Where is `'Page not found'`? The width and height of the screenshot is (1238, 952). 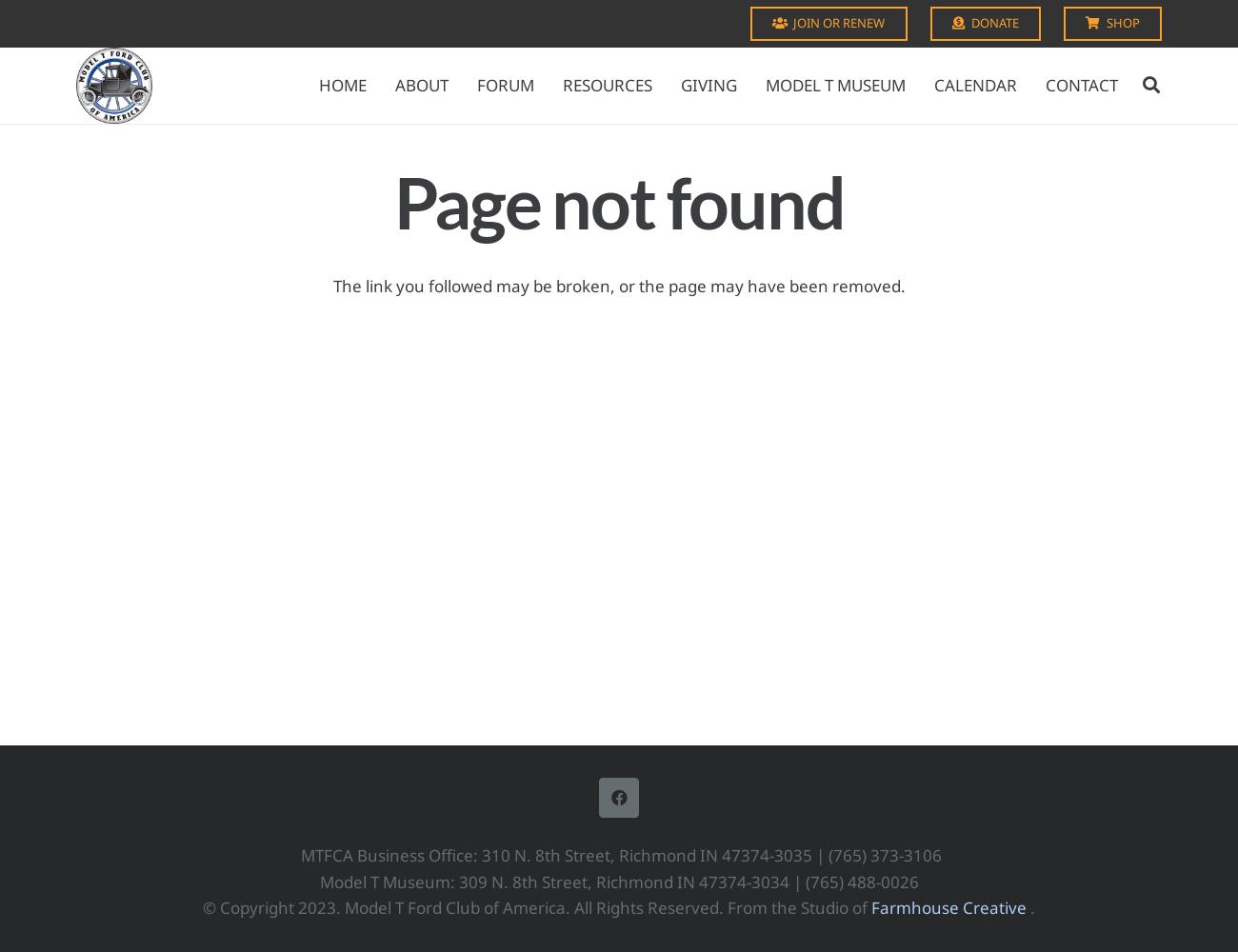
'Page not found' is located at coordinates (393, 201).